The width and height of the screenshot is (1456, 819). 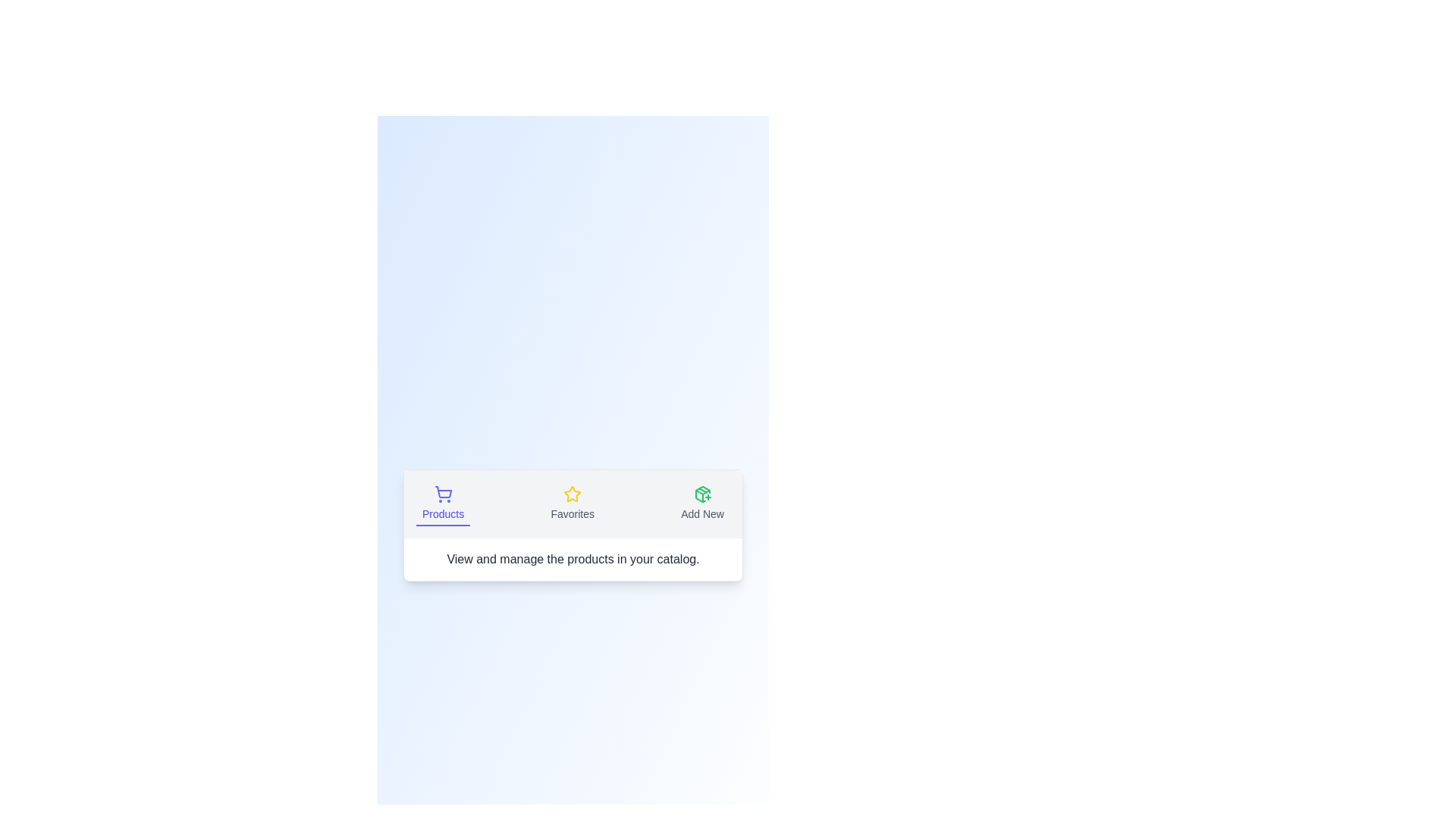 I want to click on the content displayed below the active tab, so click(x=572, y=559).